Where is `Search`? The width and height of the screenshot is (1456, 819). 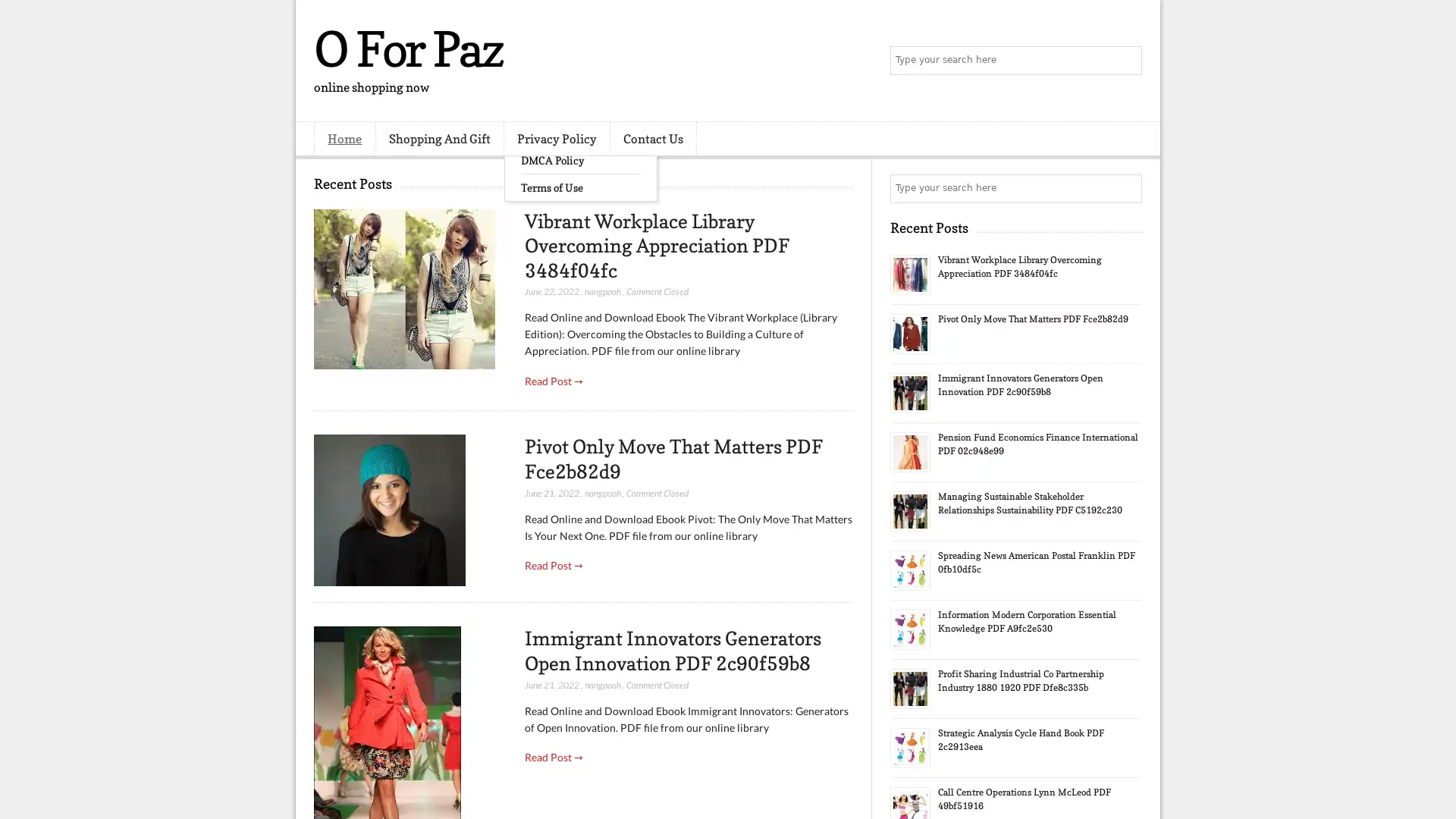
Search is located at coordinates (1126, 61).